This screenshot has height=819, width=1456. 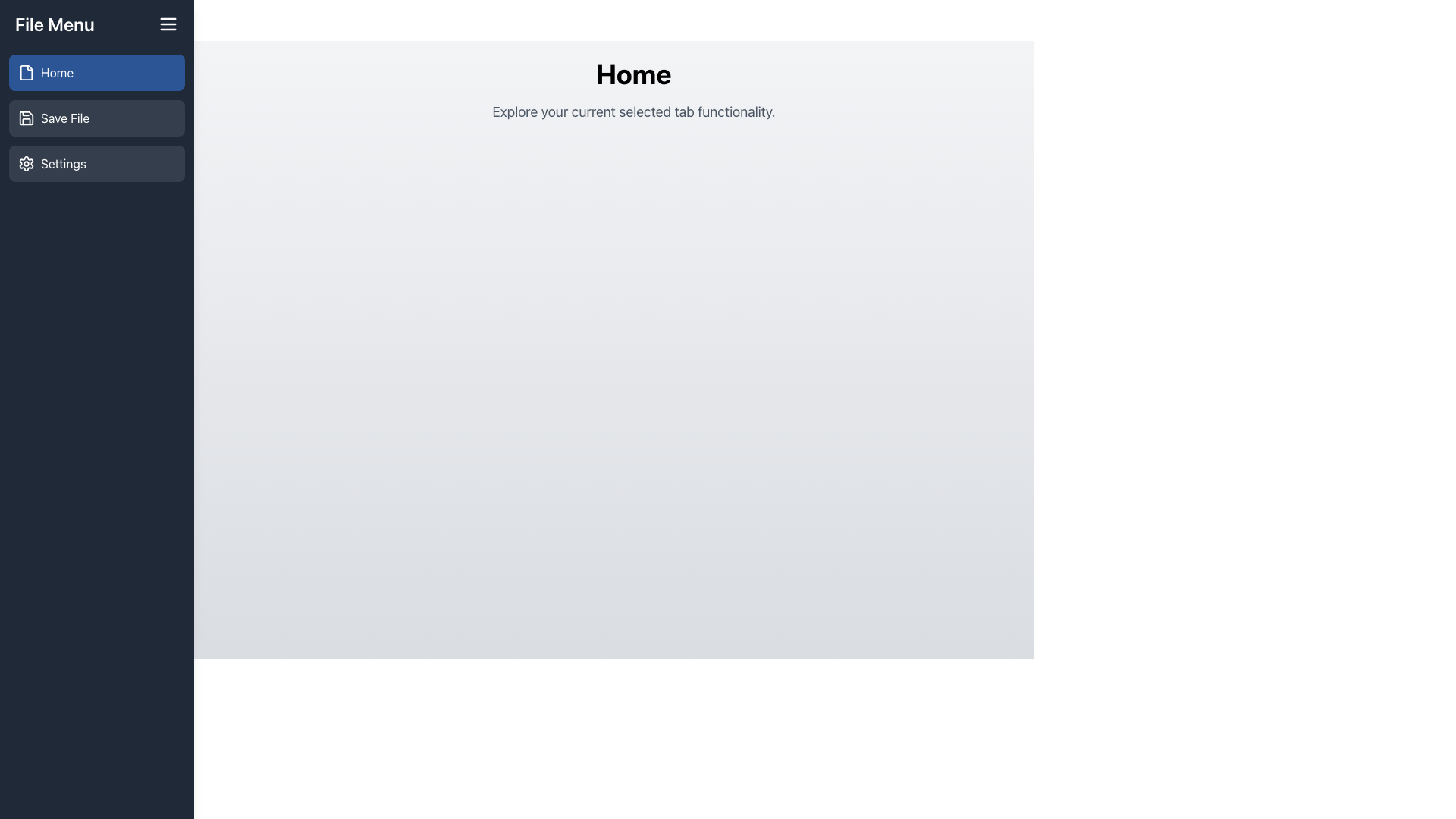 I want to click on the navigation menu toggle button, so click(x=168, y=24).